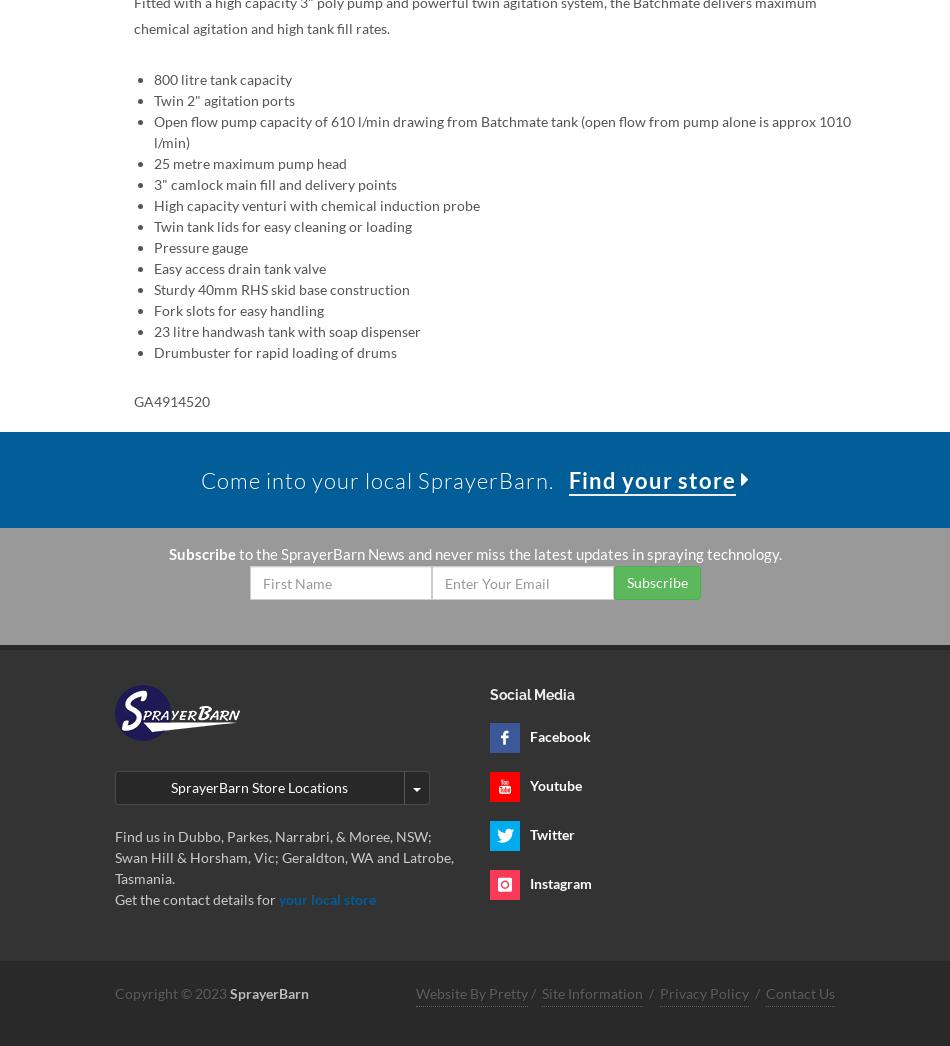 The width and height of the screenshot is (950, 1046). I want to click on 'Site Information', so click(591, 992).